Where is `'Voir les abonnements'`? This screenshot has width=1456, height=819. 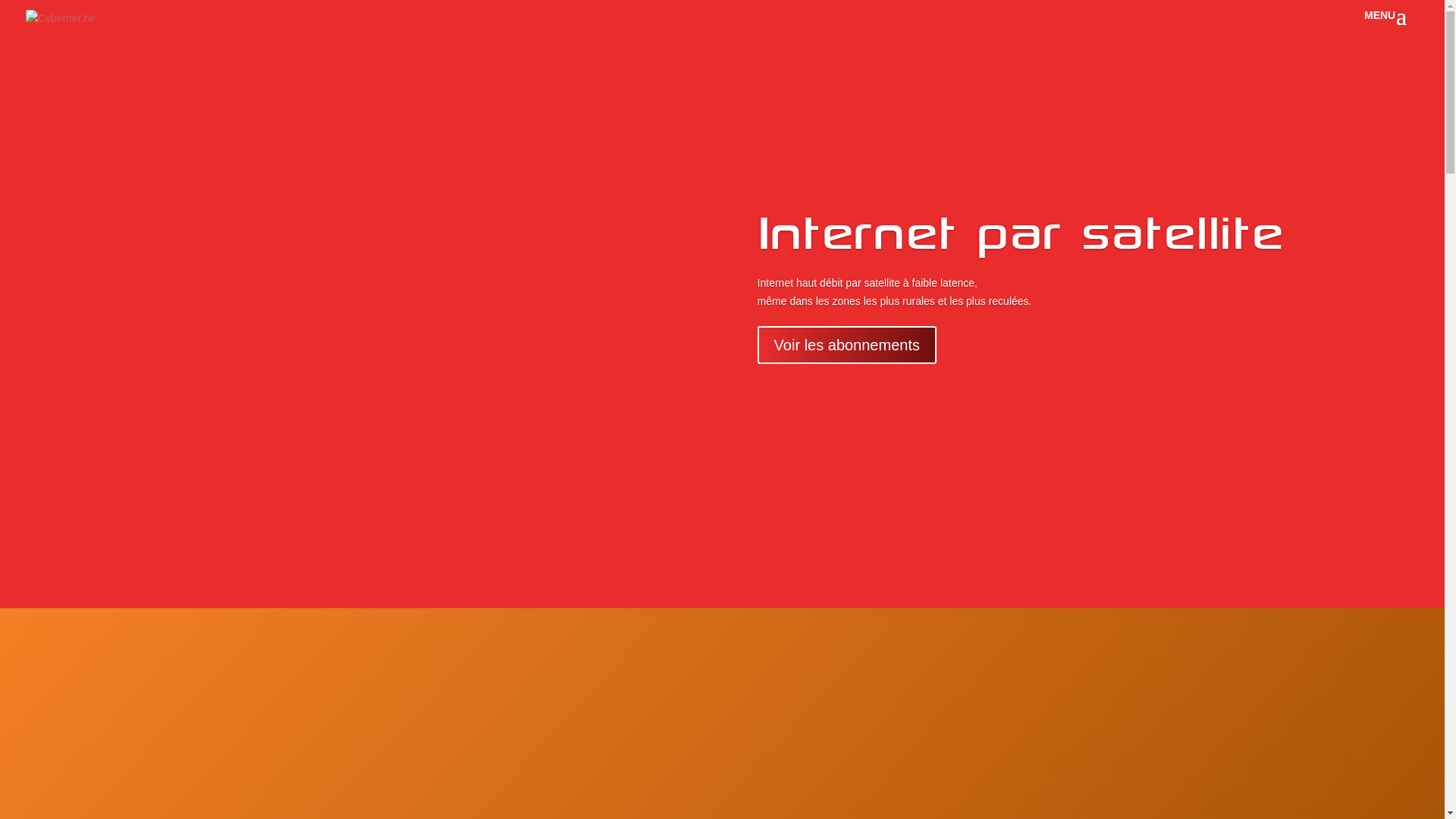 'Voir les abonnements' is located at coordinates (846, 345).